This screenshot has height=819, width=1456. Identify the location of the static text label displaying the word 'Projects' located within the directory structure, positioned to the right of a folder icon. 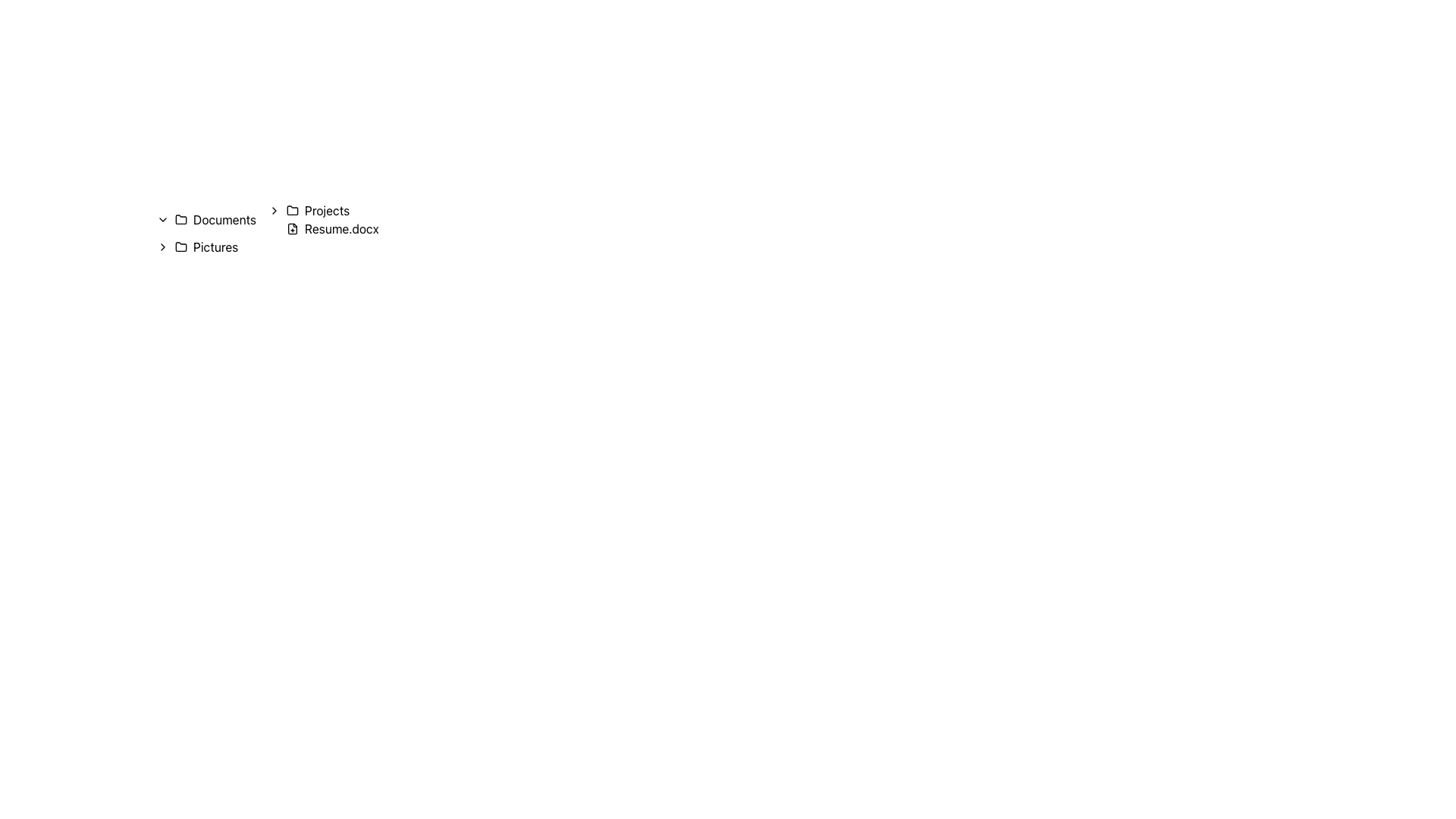
(326, 210).